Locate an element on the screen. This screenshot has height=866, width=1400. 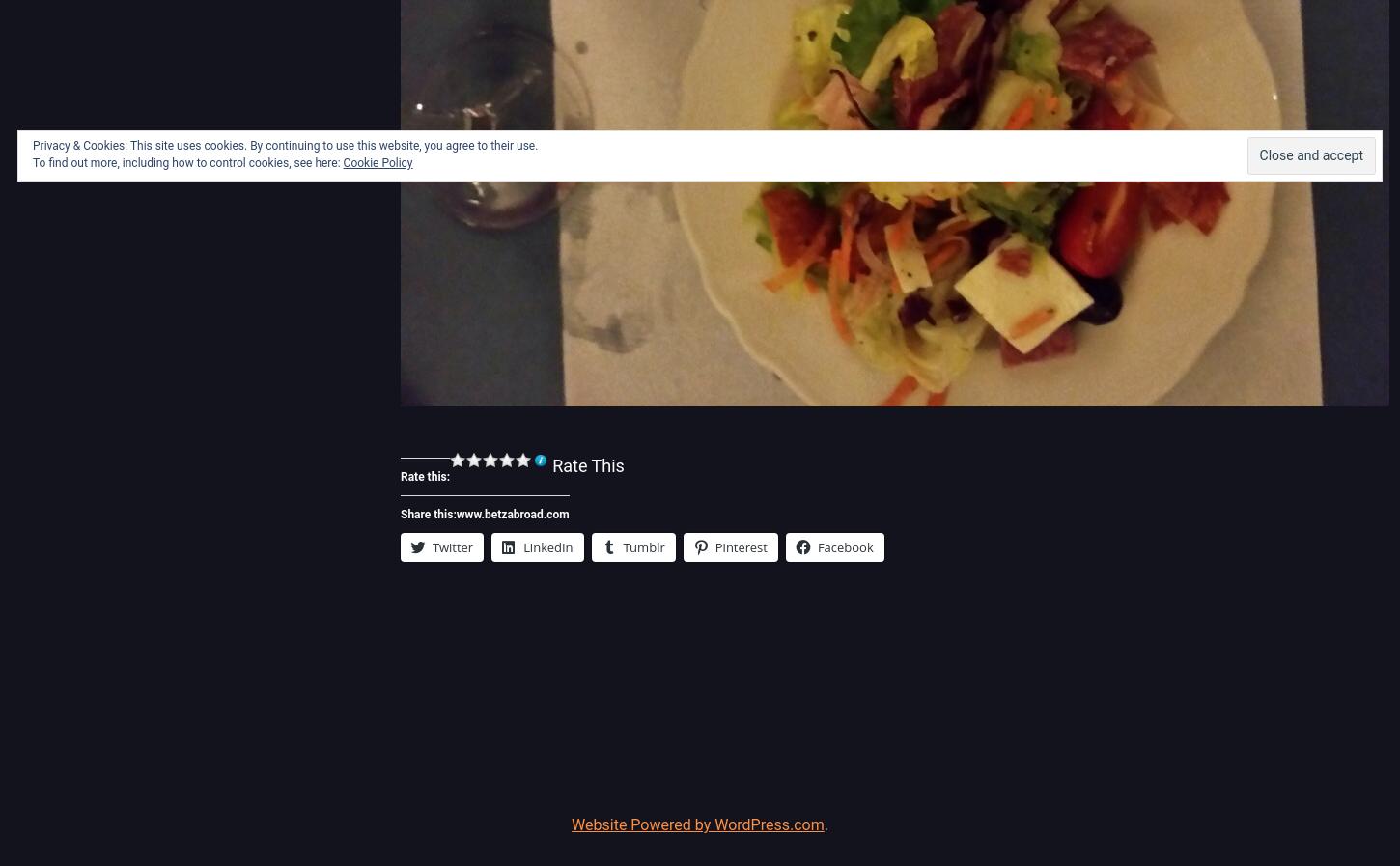
'Pinterest' is located at coordinates (741, 546).